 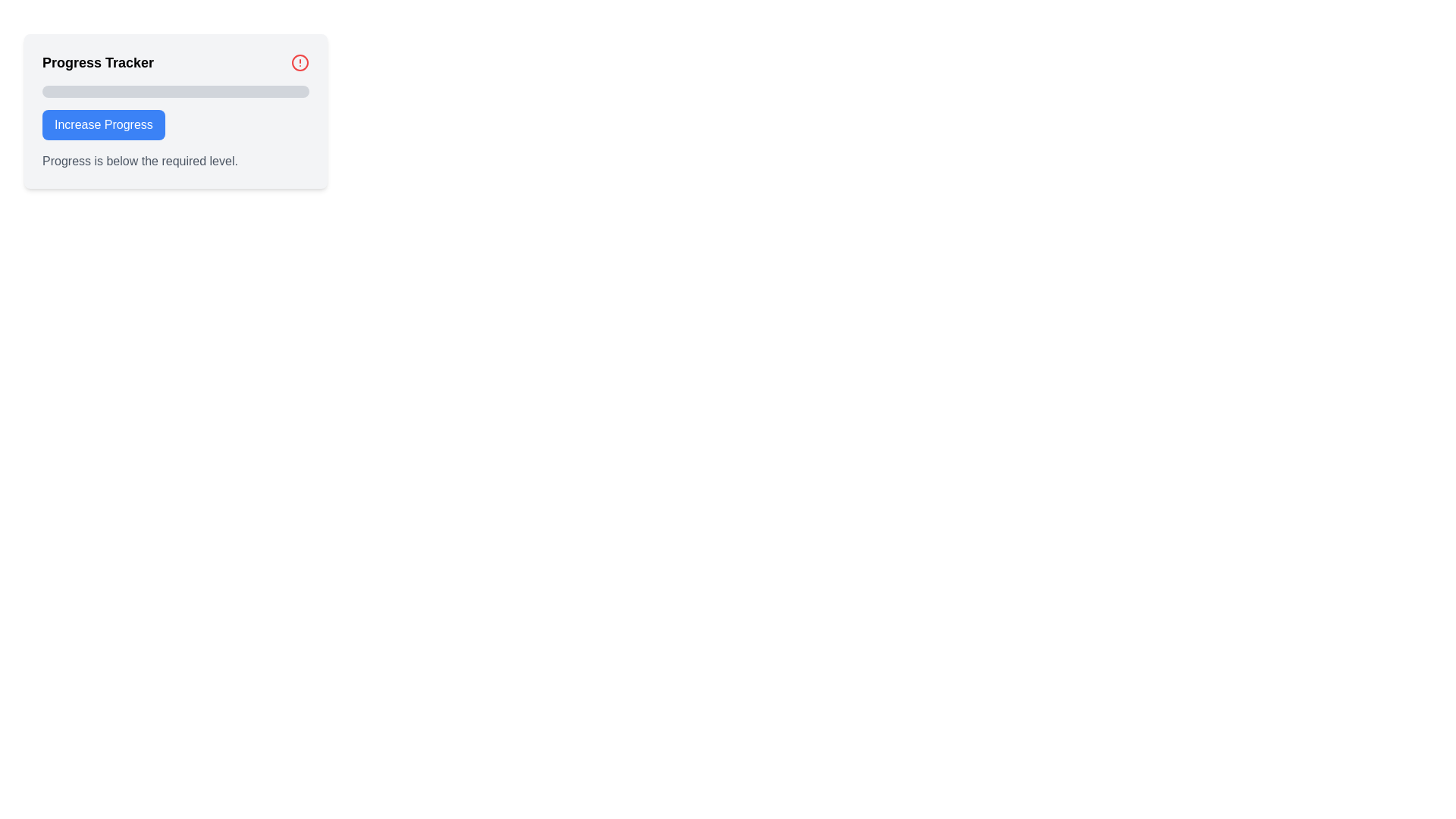 I want to click on the button located in the 'Progress Tracker' section, positioned beneath the progress bar and above the text 'Progress is below the required level', so click(x=102, y=124).